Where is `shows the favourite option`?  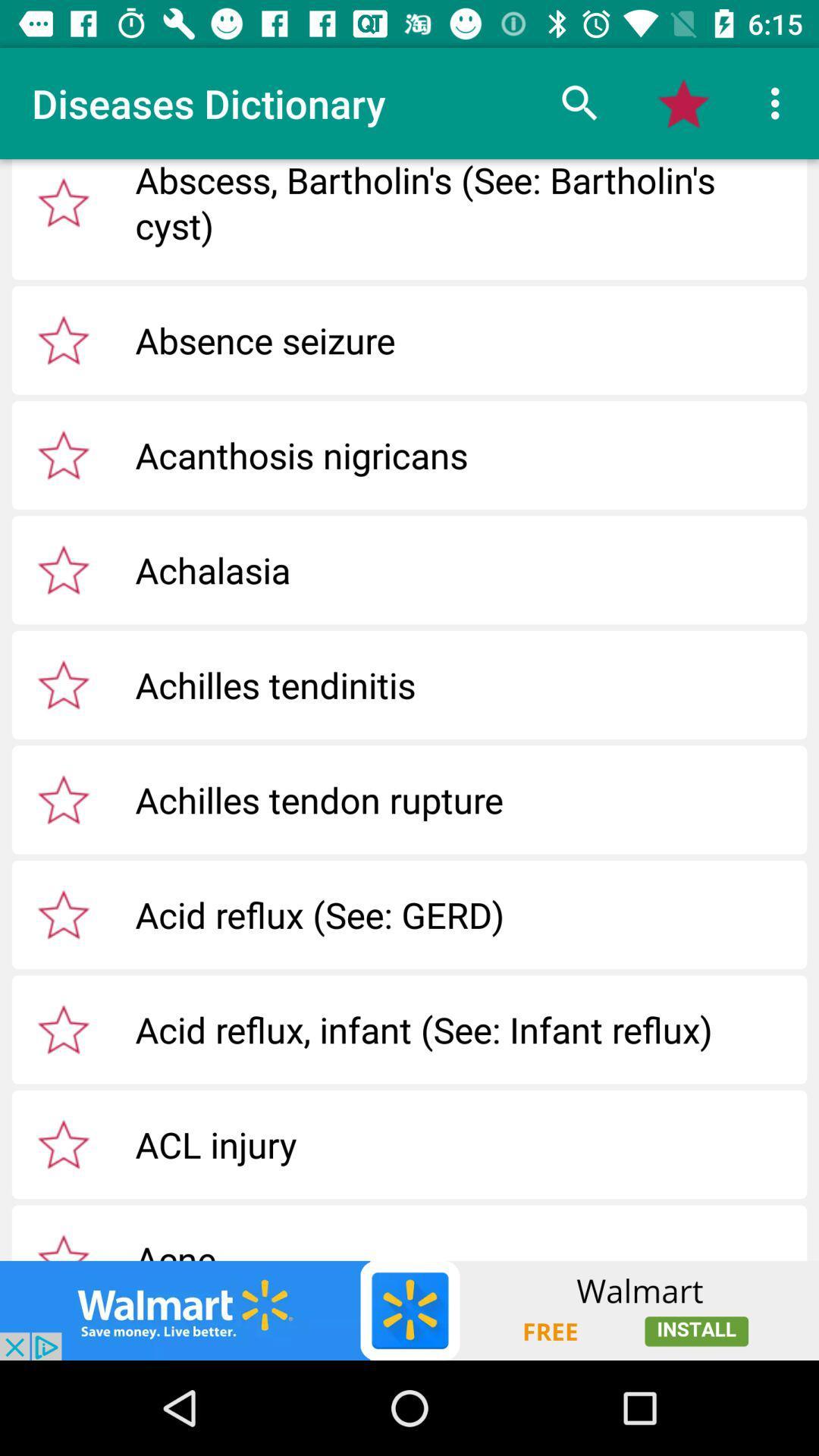
shows the favourite option is located at coordinates (63, 339).